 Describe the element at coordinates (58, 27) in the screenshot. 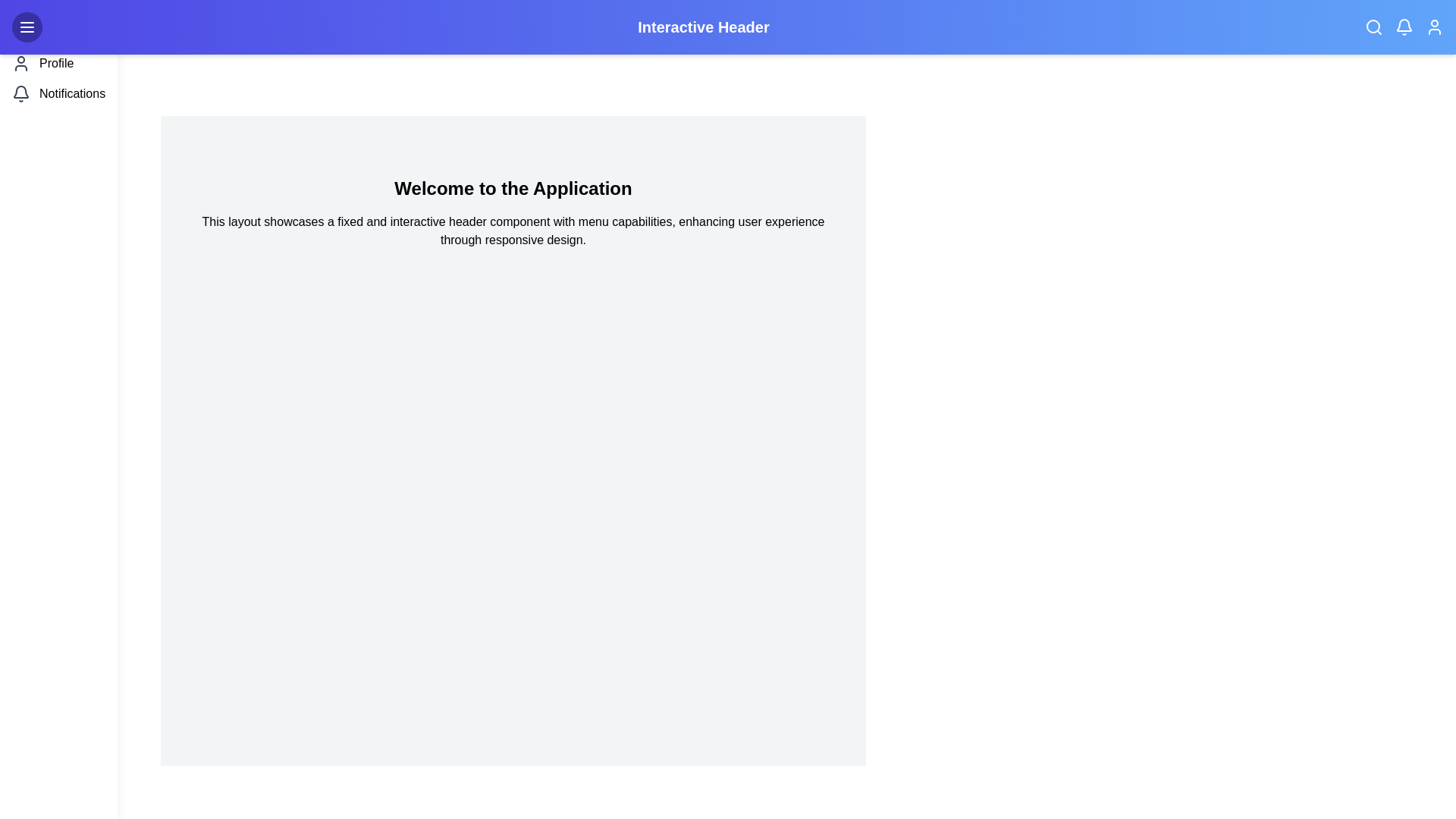

I see `the 'Close' button, which is a rectangular button with a red background and white text located at the top-left corner of the sidebar` at that location.